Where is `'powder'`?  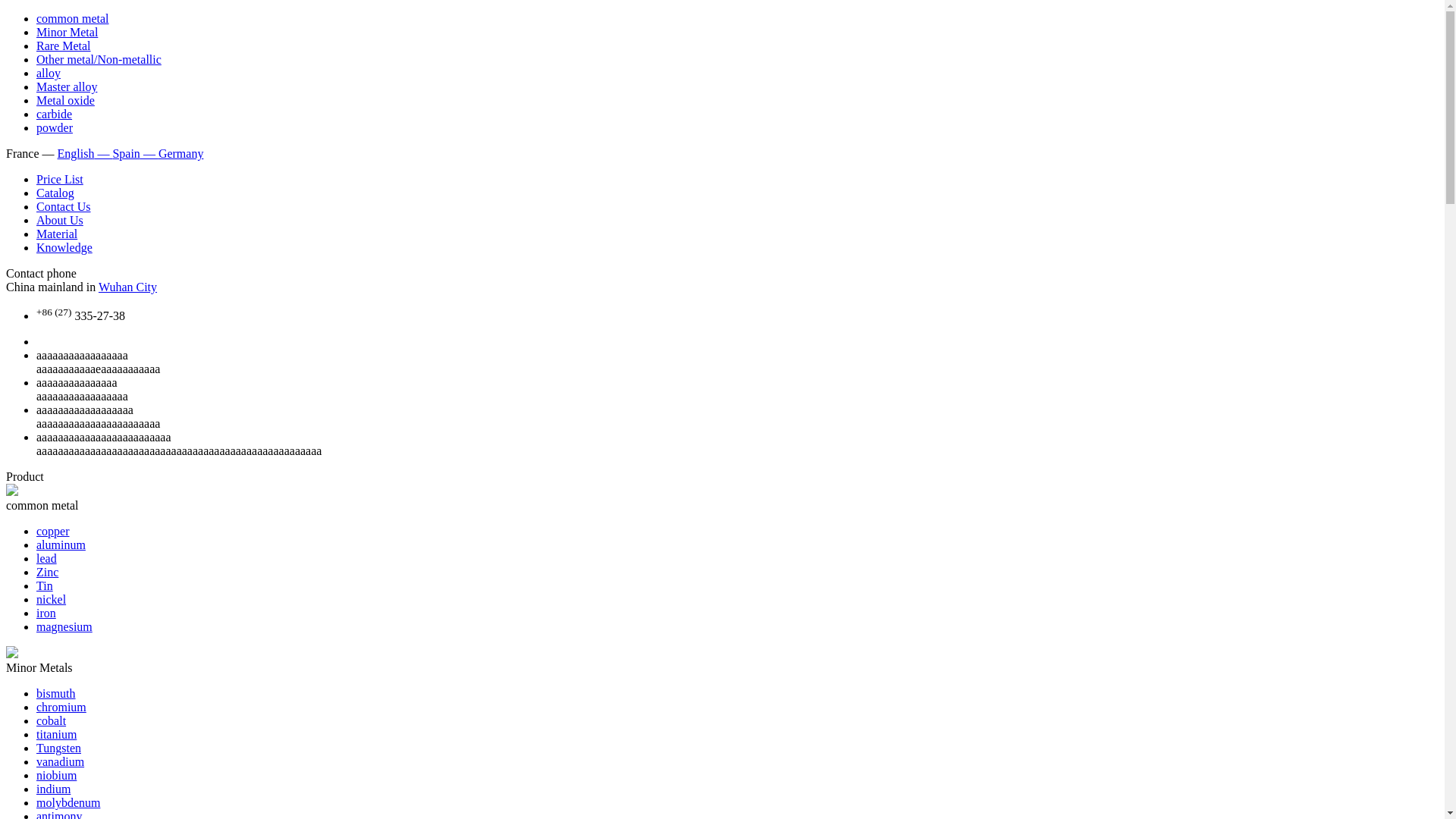 'powder' is located at coordinates (55, 127).